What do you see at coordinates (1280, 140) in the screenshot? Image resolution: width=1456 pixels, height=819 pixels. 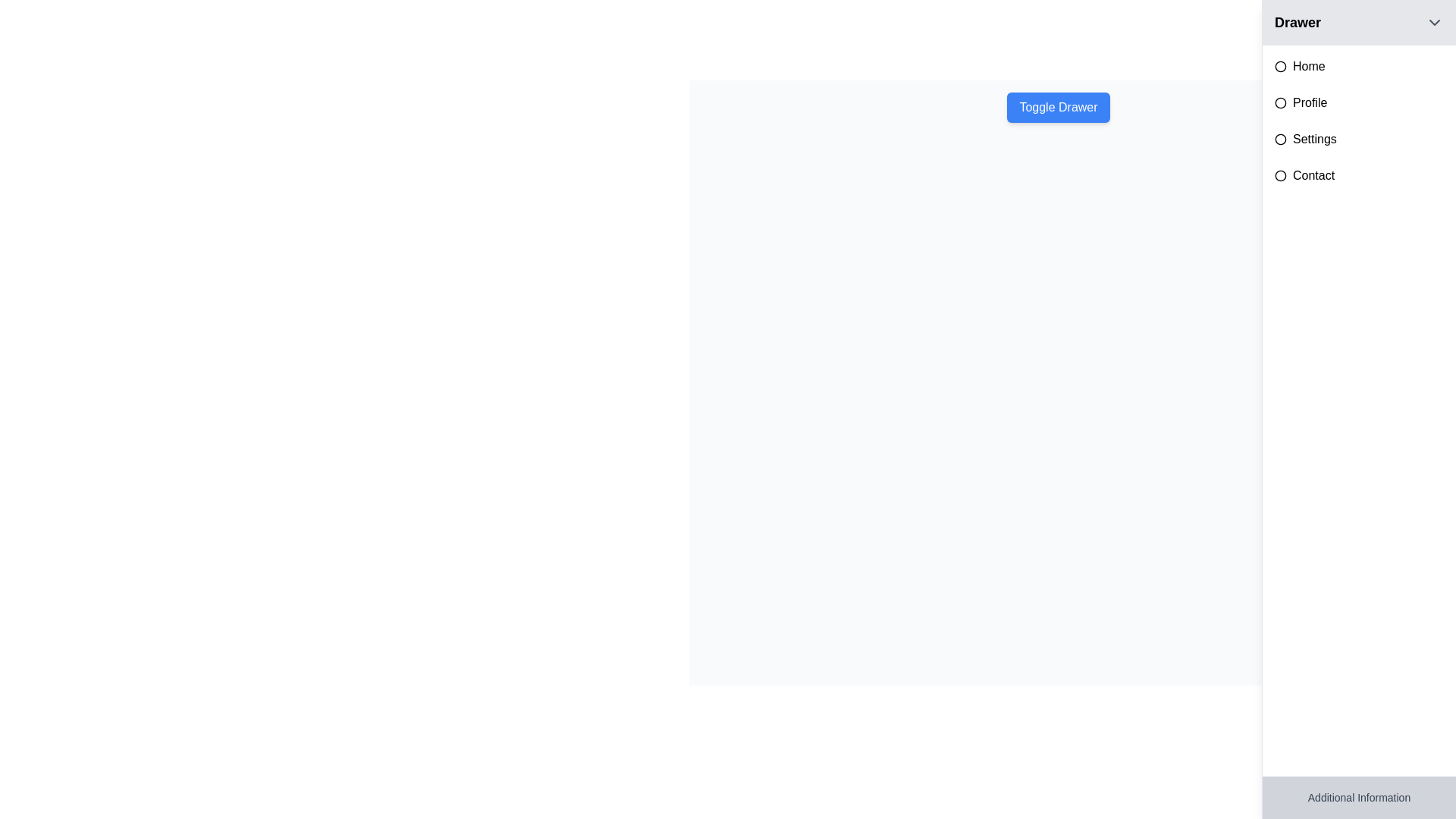 I see `the Circular selection indicator for the 'Settings' option within the drawer menu, which is positioned to the left of the 'Settings' label and is the third item in the vertically aligned list` at bounding box center [1280, 140].